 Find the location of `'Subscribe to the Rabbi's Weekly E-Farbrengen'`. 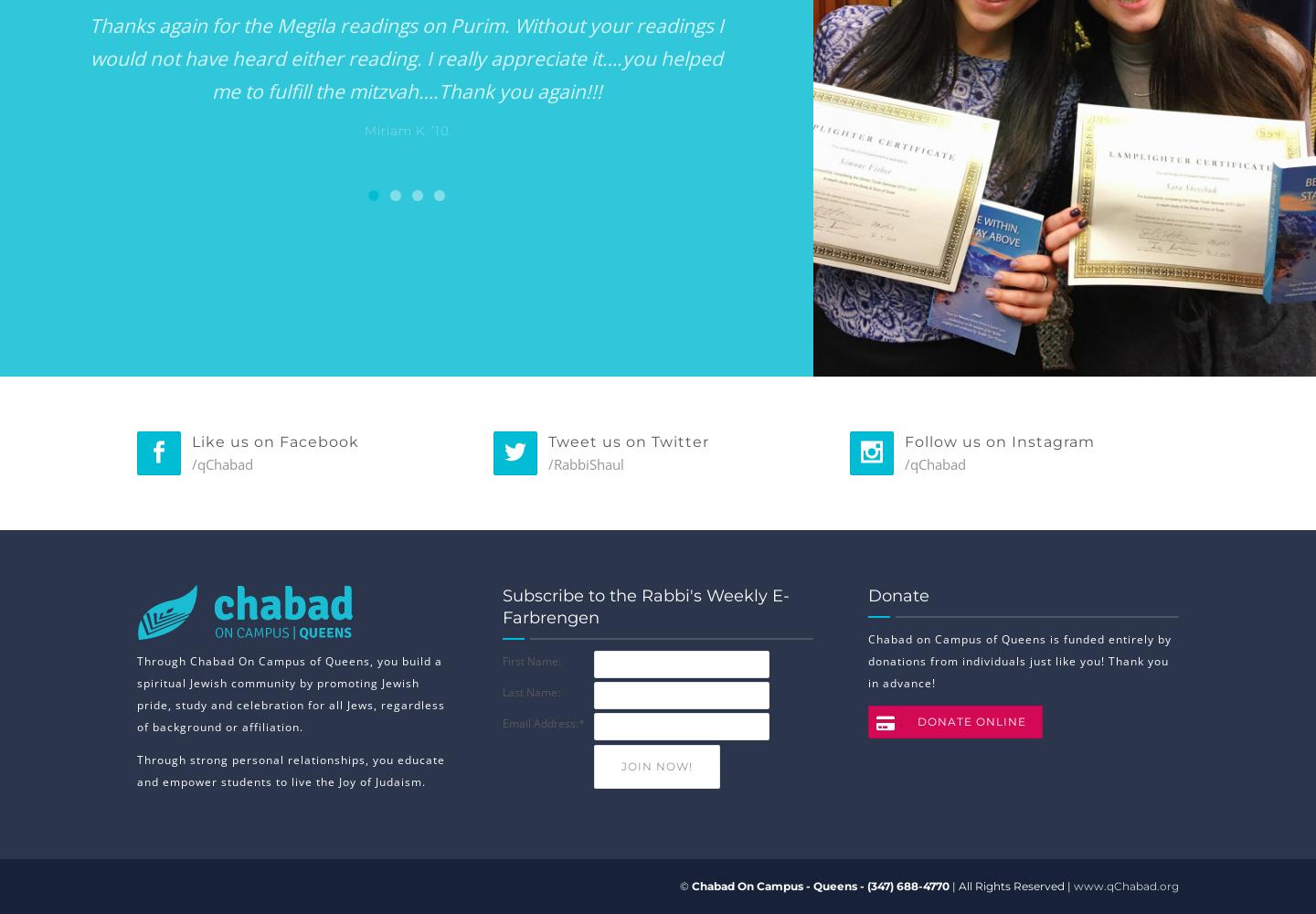

'Subscribe to the Rabbi's Weekly E-Farbrengen' is located at coordinates (502, 607).